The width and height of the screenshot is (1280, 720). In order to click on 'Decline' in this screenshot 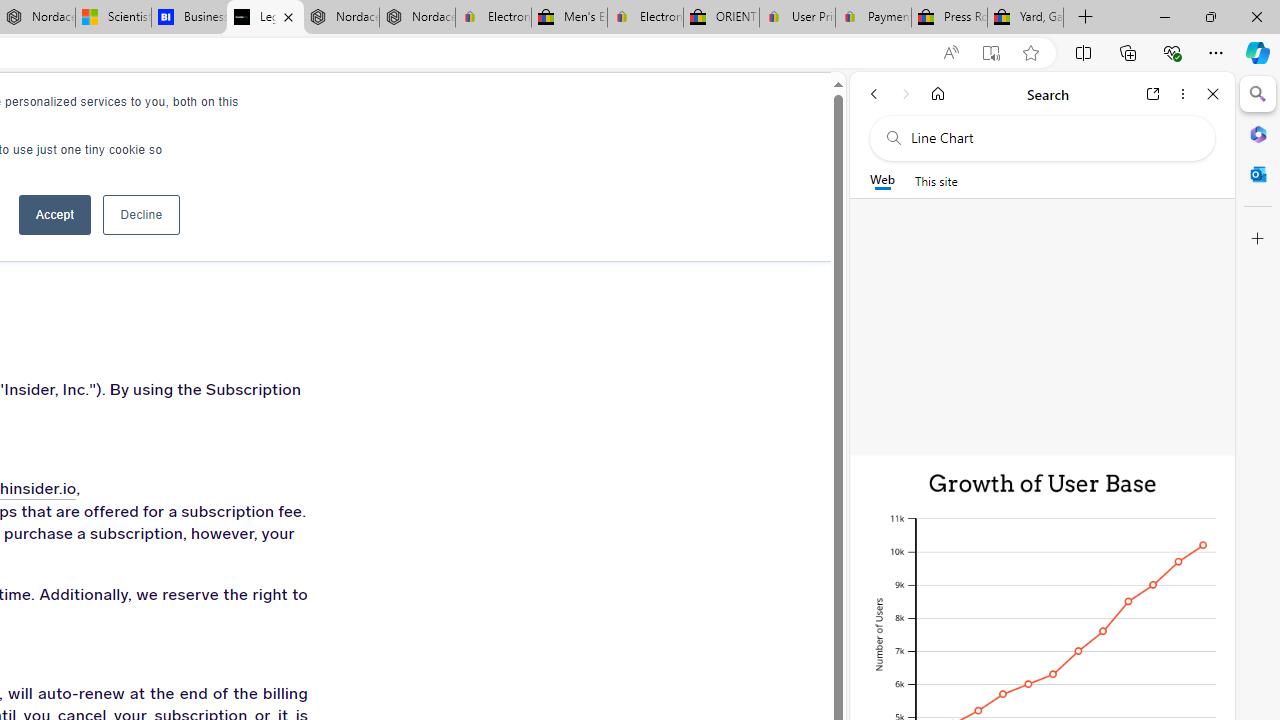, I will do `click(140, 214)`.